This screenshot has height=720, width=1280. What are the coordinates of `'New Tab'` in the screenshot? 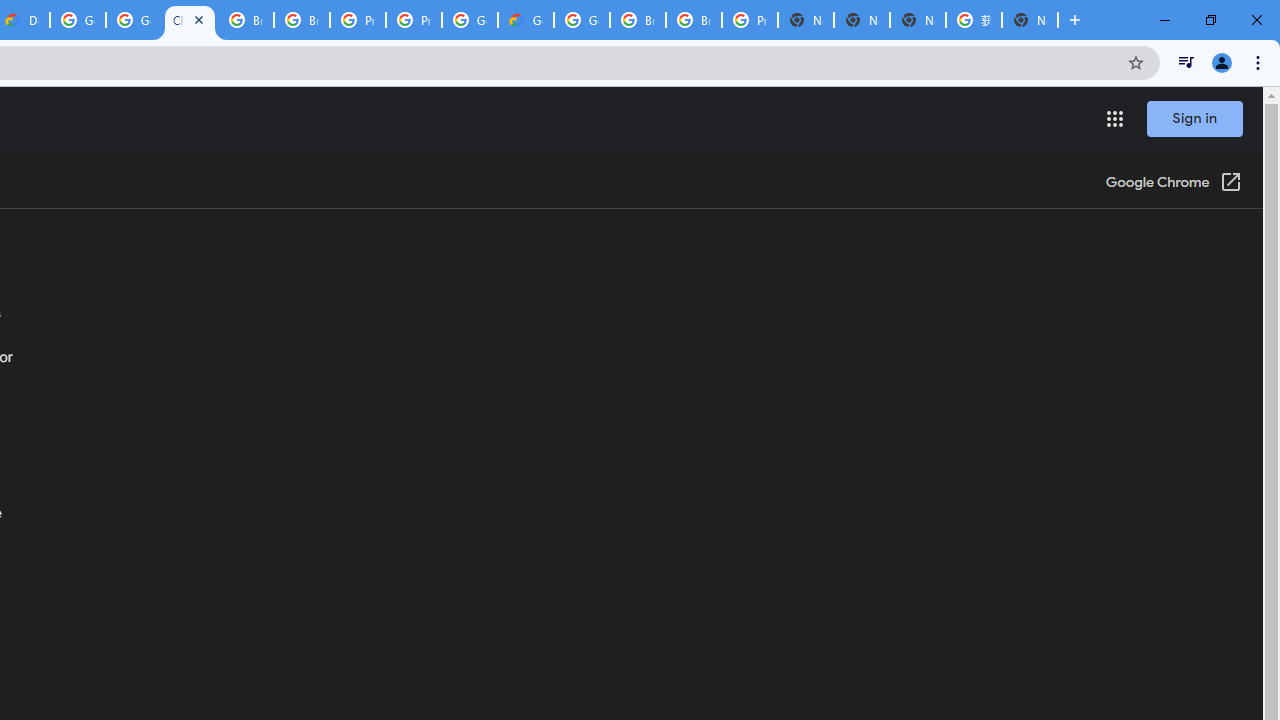 It's located at (1030, 20).